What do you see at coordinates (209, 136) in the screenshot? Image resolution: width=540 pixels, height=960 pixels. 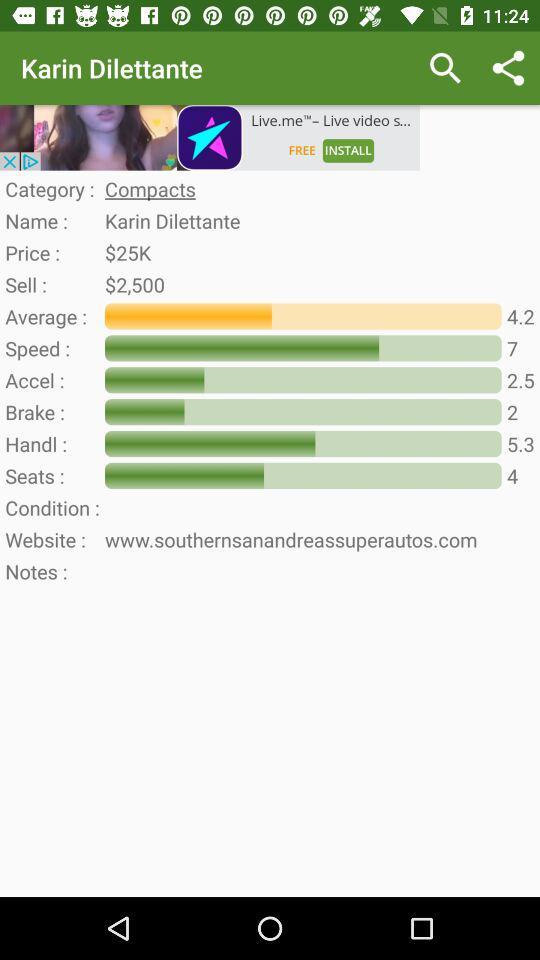 I see `install application` at bounding box center [209, 136].